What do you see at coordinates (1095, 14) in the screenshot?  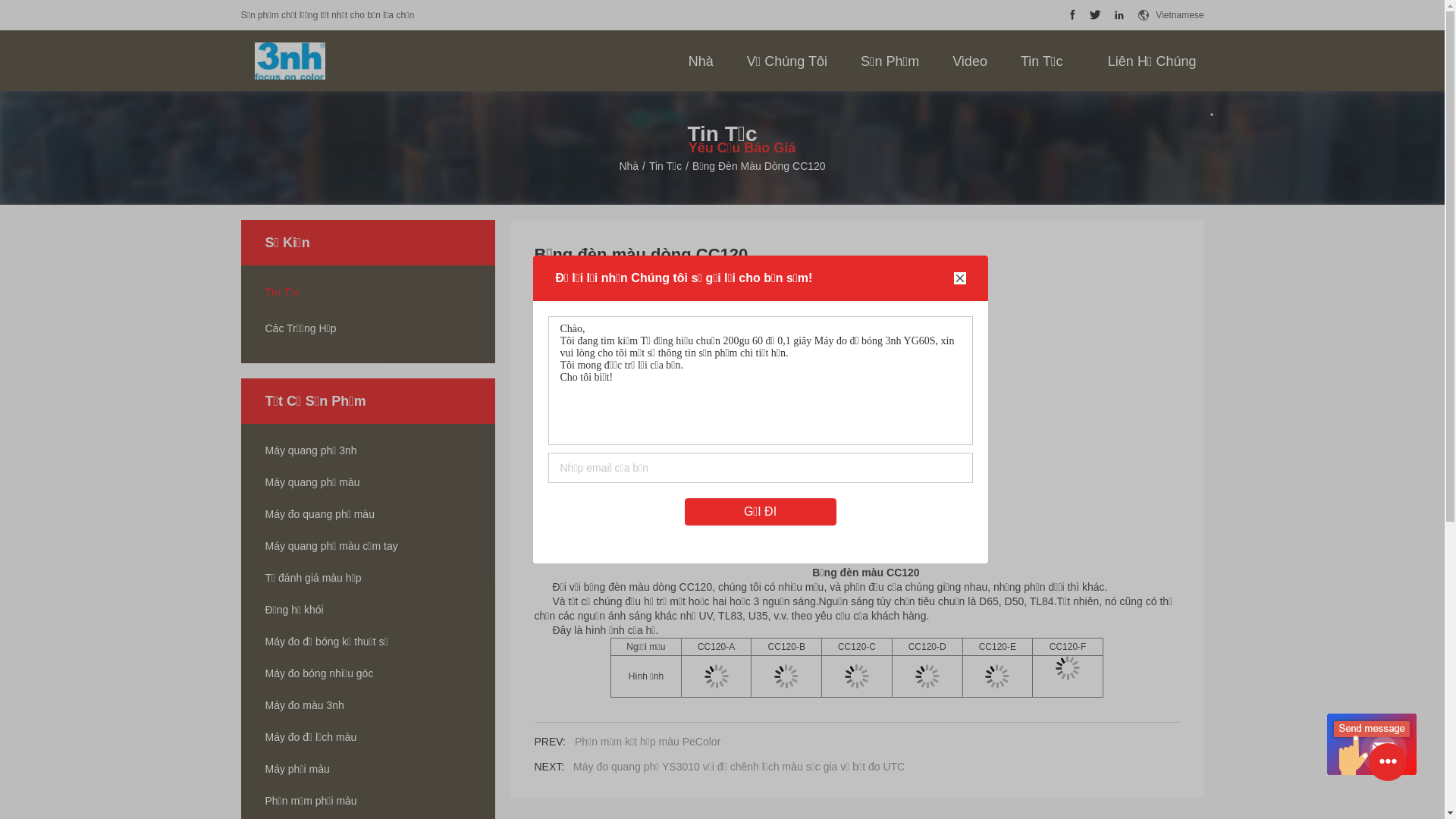 I see `'Shenzhen ThreeNH Technology Co., Ltd. Twitter'` at bounding box center [1095, 14].